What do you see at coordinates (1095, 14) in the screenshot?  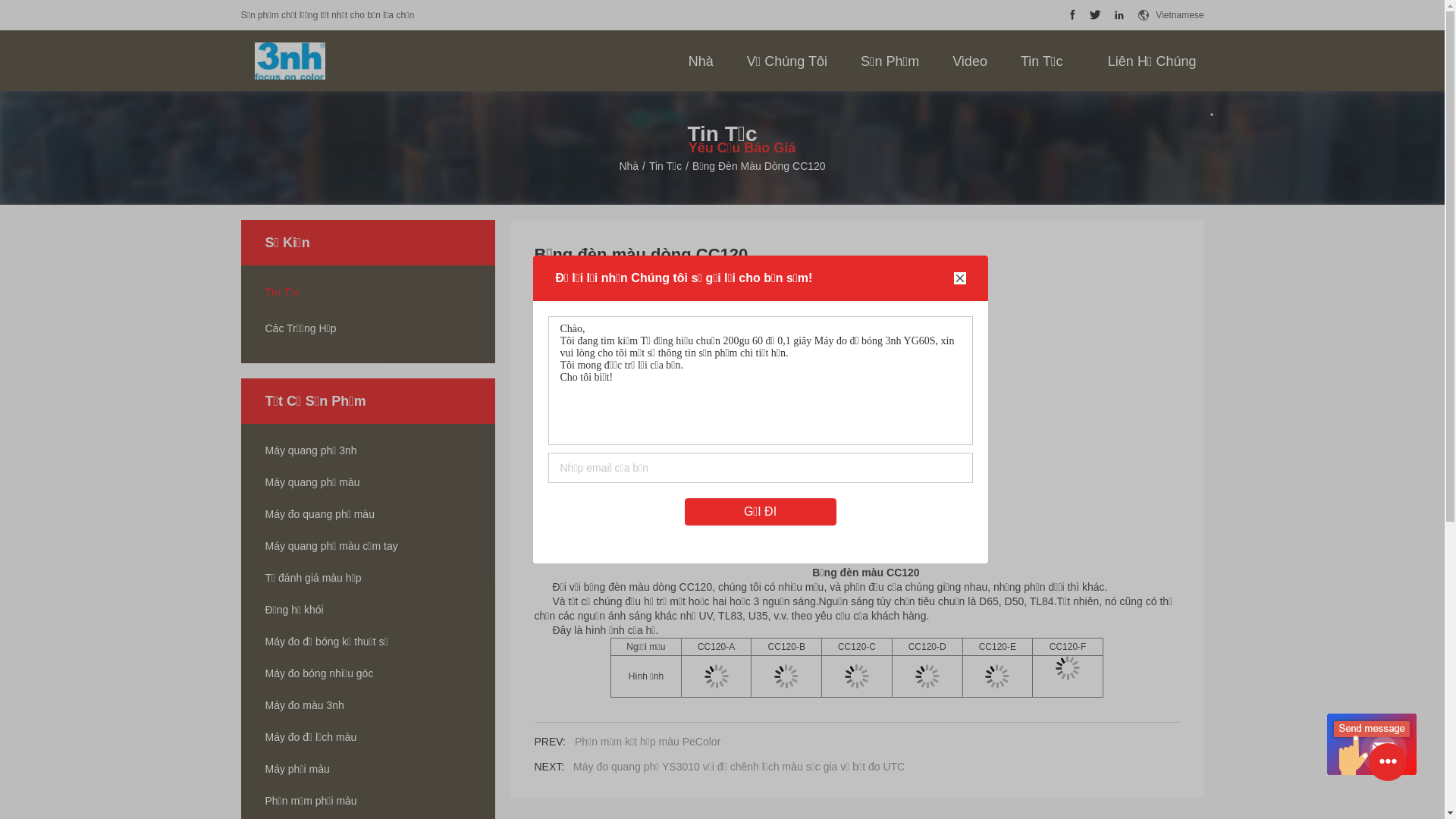 I see `'Shenzhen ThreeNH Technology Co., Ltd. Twitter'` at bounding box center [1095, 14].